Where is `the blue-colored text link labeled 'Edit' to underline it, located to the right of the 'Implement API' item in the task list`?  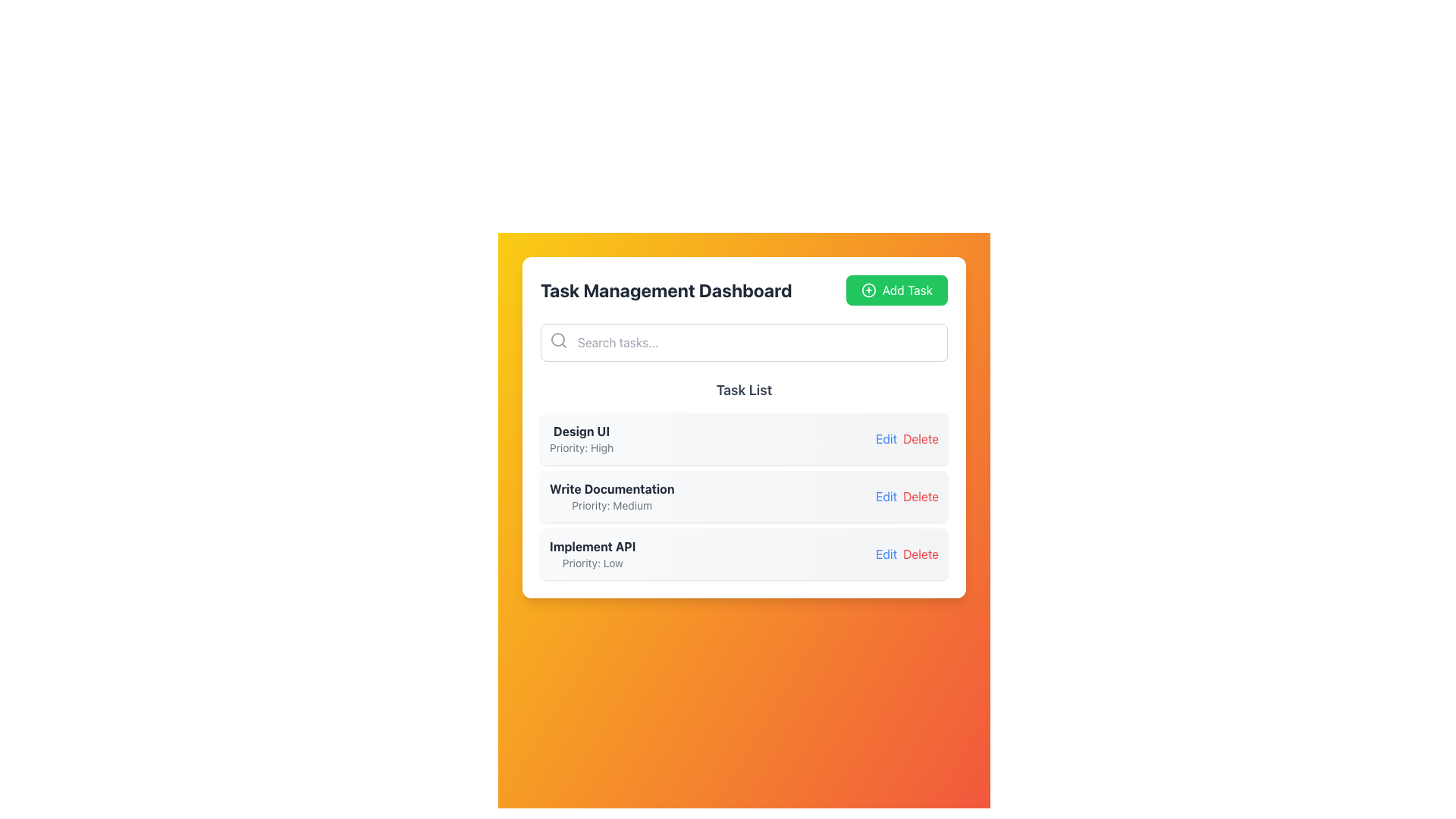
the blue-colored text link labeled 'Edit' to underline it, located to the right of the 'Implement API' item in the task list is located at coordinates (886, 554).